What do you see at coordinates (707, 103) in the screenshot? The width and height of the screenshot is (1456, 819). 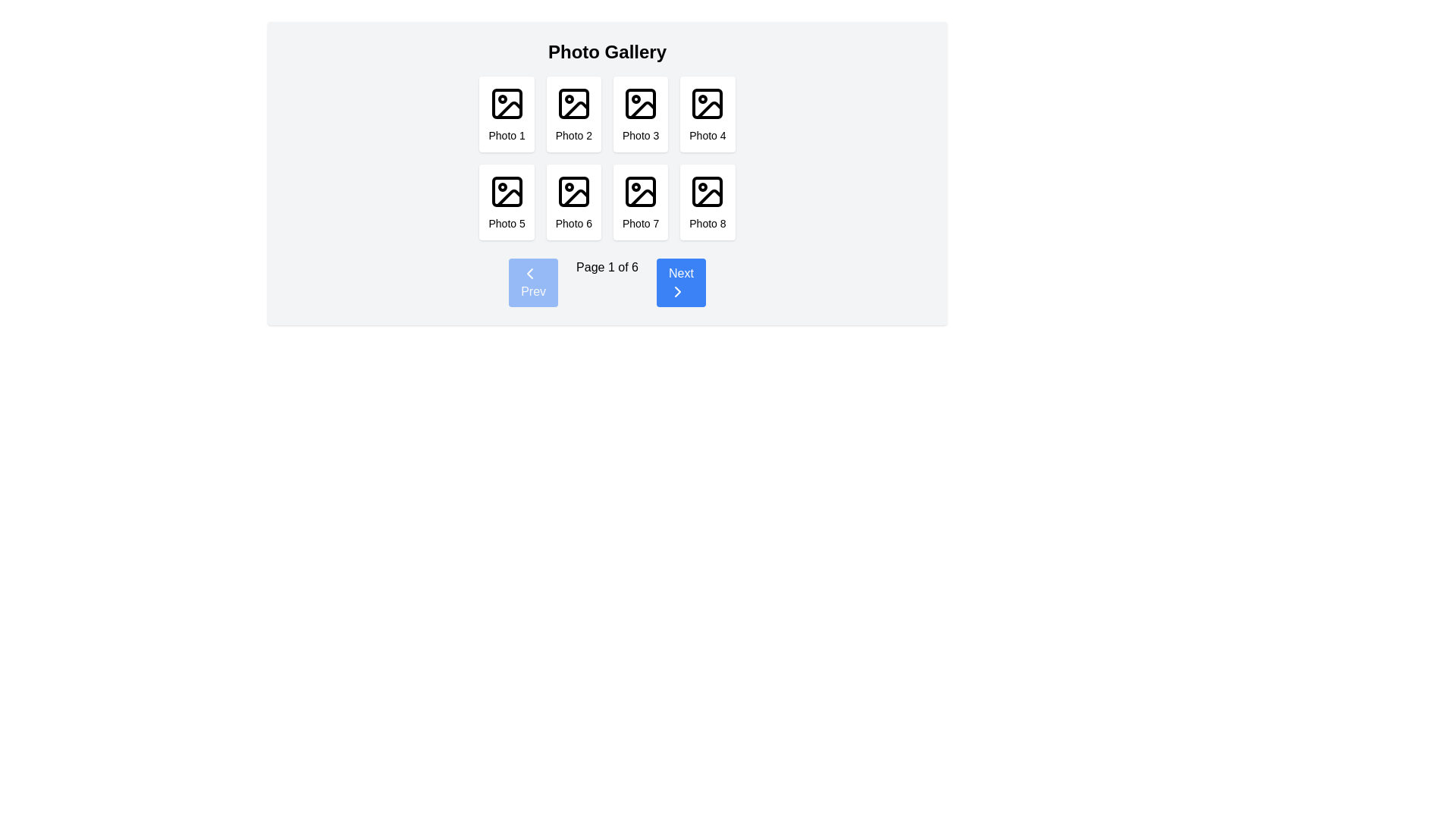 I see `the decorative icon for the 'Photo 4' gallery entry located in the fourth position of the grid layout` at bounding box center [707, 103].